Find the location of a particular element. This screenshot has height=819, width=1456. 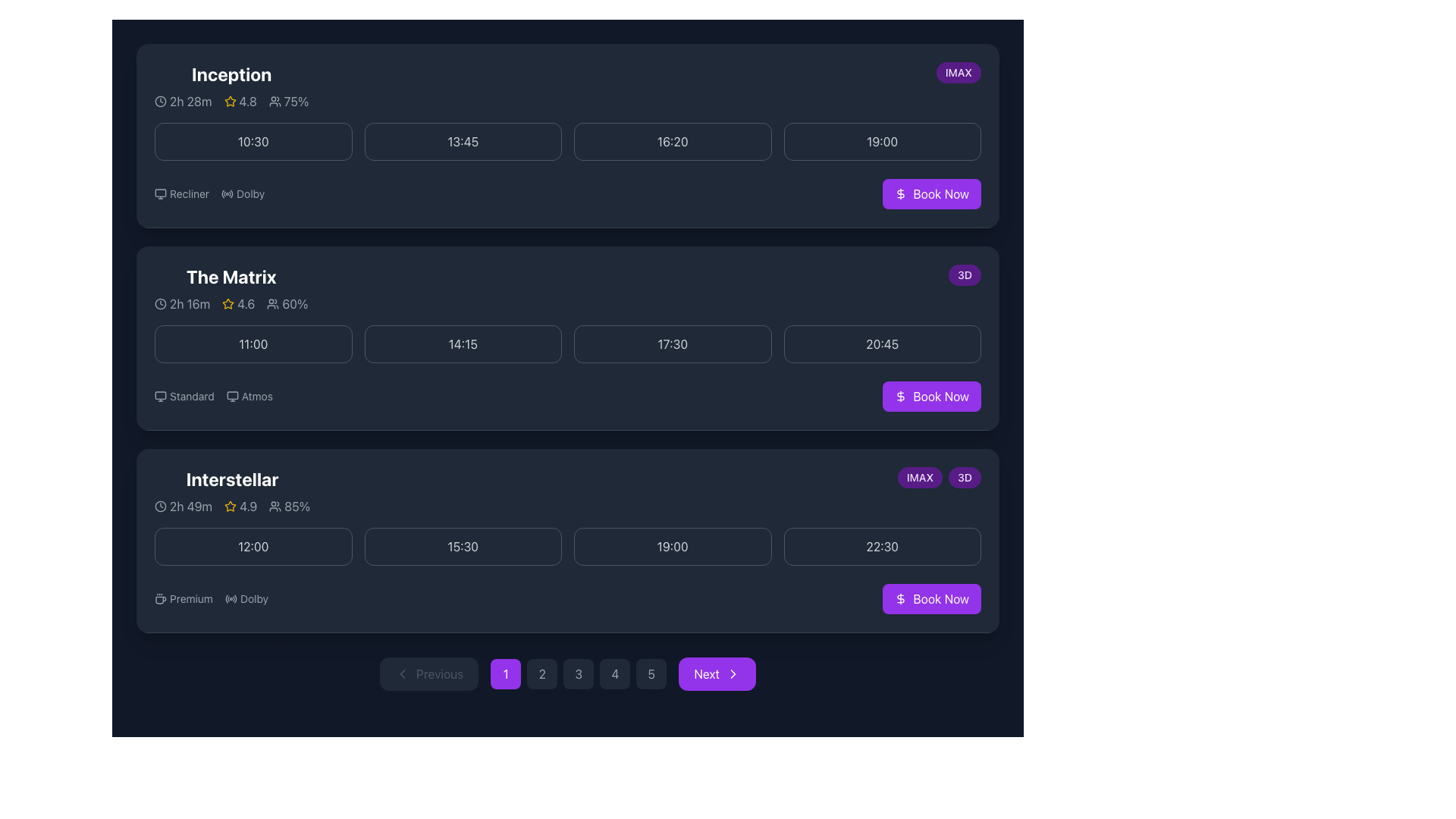

the button displaying '16:20' is located at coordinates (672, 141).